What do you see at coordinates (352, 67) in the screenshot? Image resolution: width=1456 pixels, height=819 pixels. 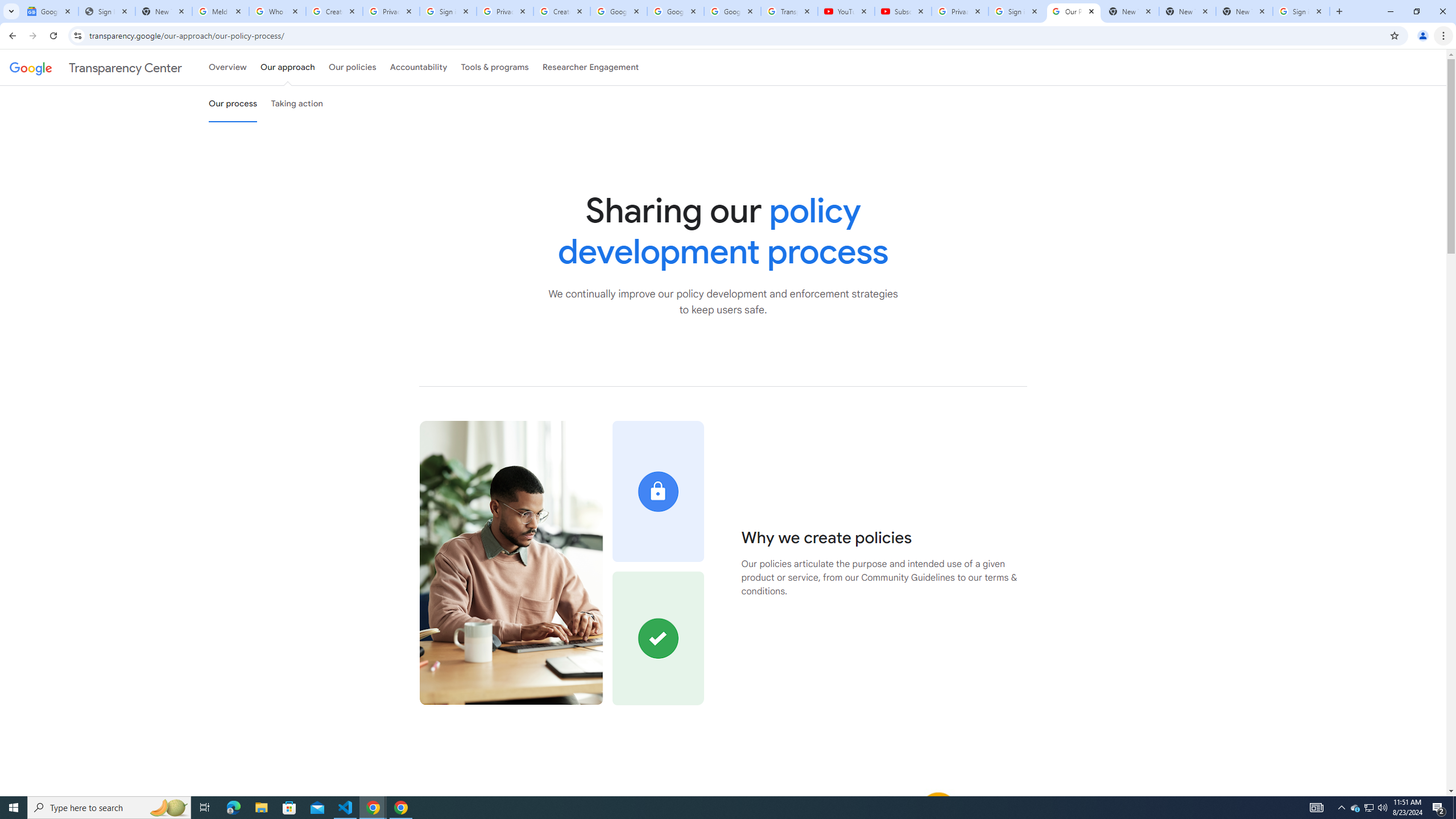 I see `'Our policies'` at bounding box center [352, 67].